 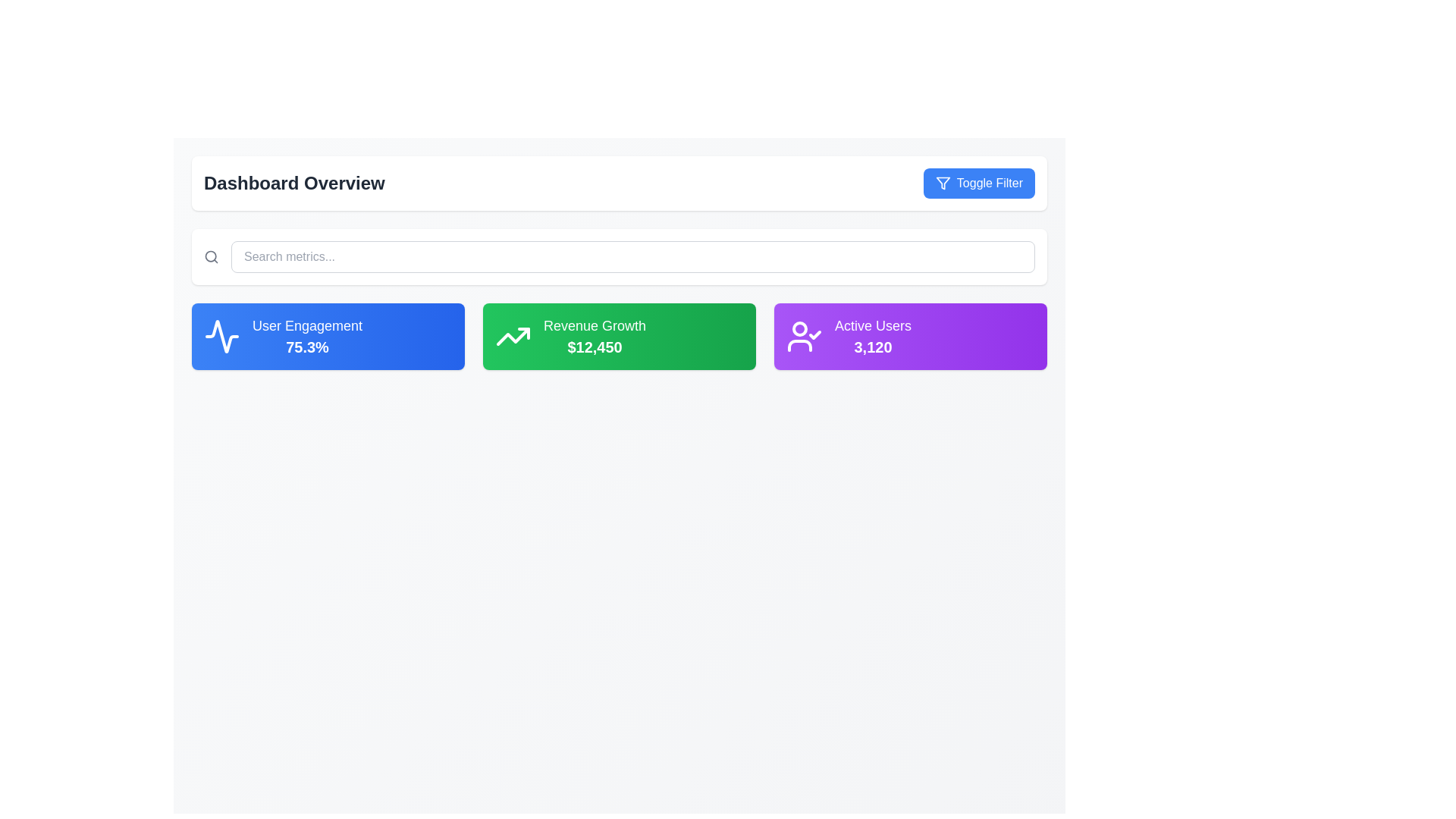 What do you see at coordinates (306, 347) in the screenshot?
I see `the text label displaying the percentage value for user engagement, located within the blue rectangular box labeled 'User Engagement'` at bounding box center [306, 347].